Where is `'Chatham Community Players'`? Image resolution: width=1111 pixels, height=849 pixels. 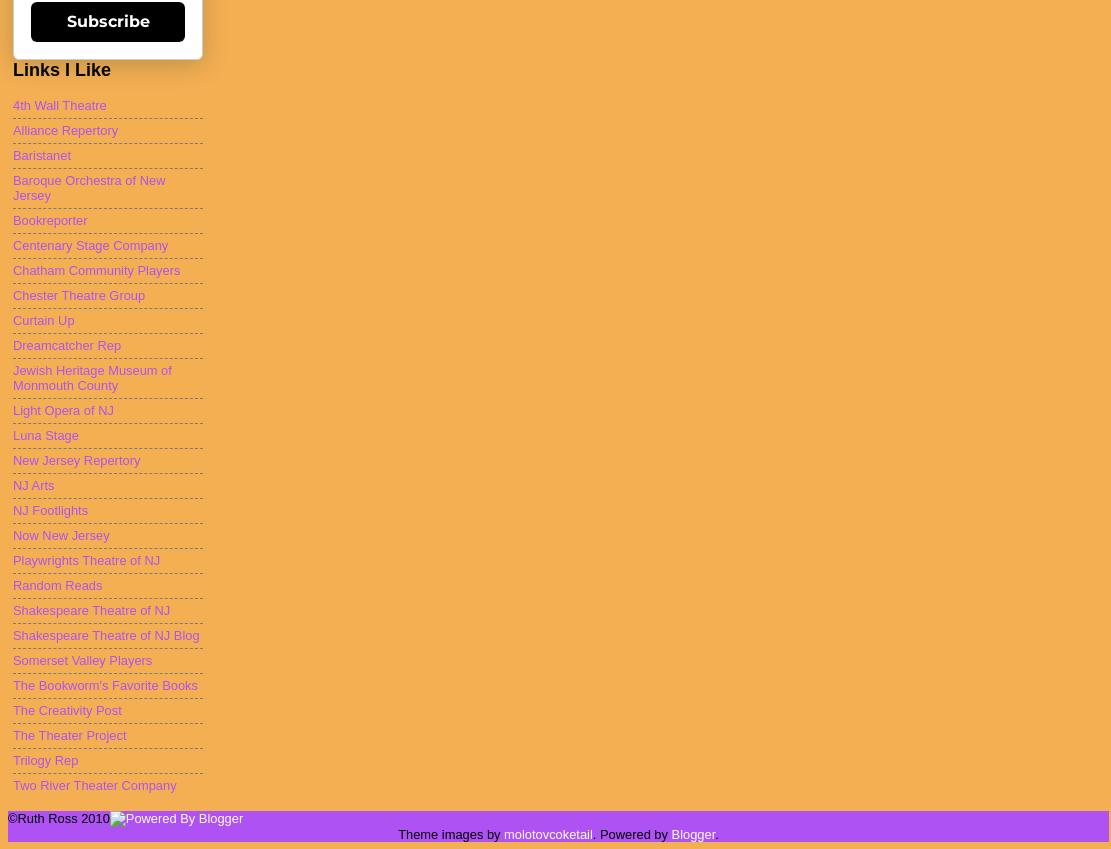 'Chatham Community Players' is located at coordinates (12, 270).